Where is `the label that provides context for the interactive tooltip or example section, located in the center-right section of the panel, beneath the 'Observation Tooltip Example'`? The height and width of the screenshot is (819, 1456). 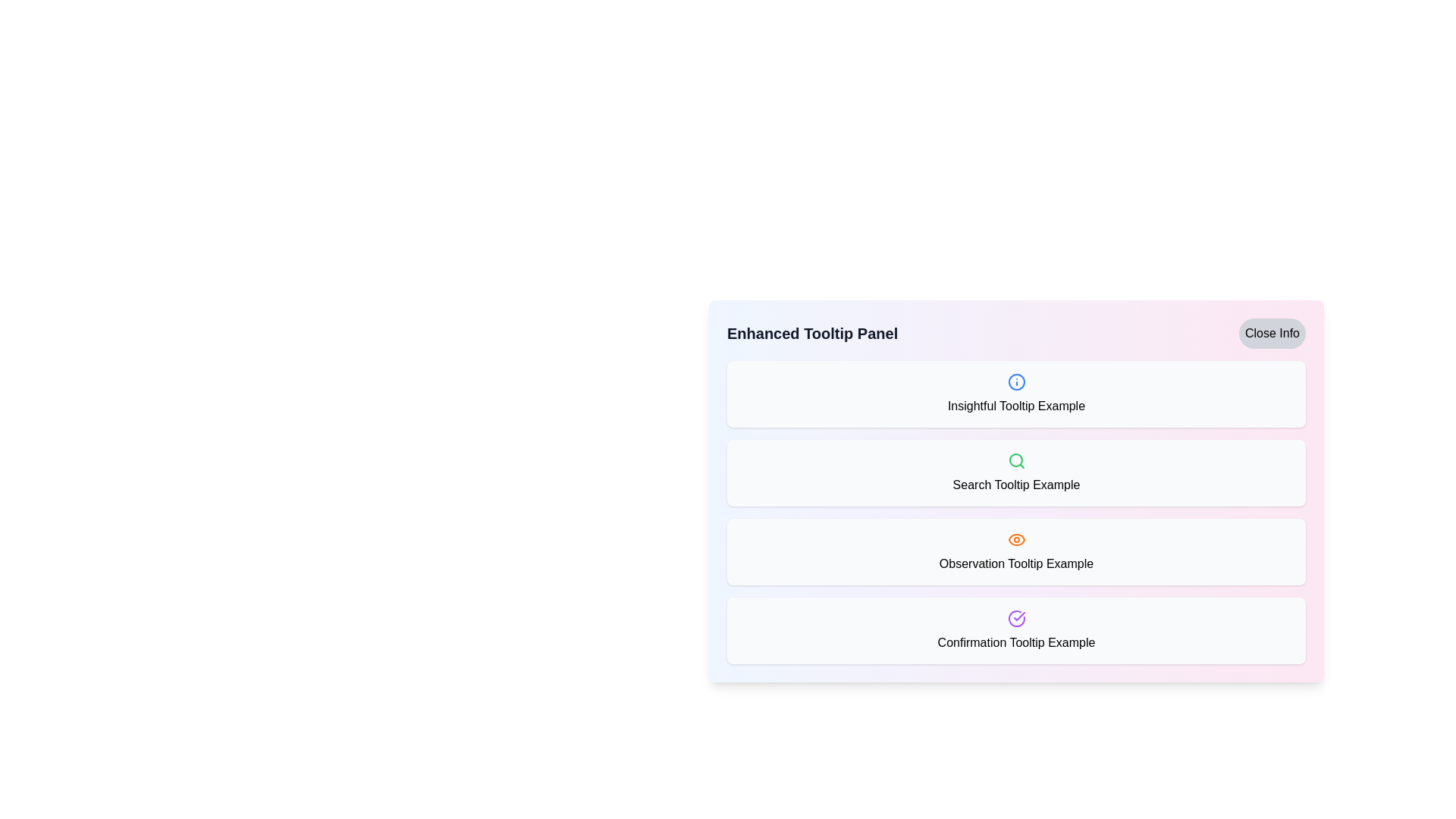 the label that provides context for the interactive tooltip or example section, located in the center-right section of the panel, beneath the 'Observation Tooltip Example' is located at coordinates (1016, 643).